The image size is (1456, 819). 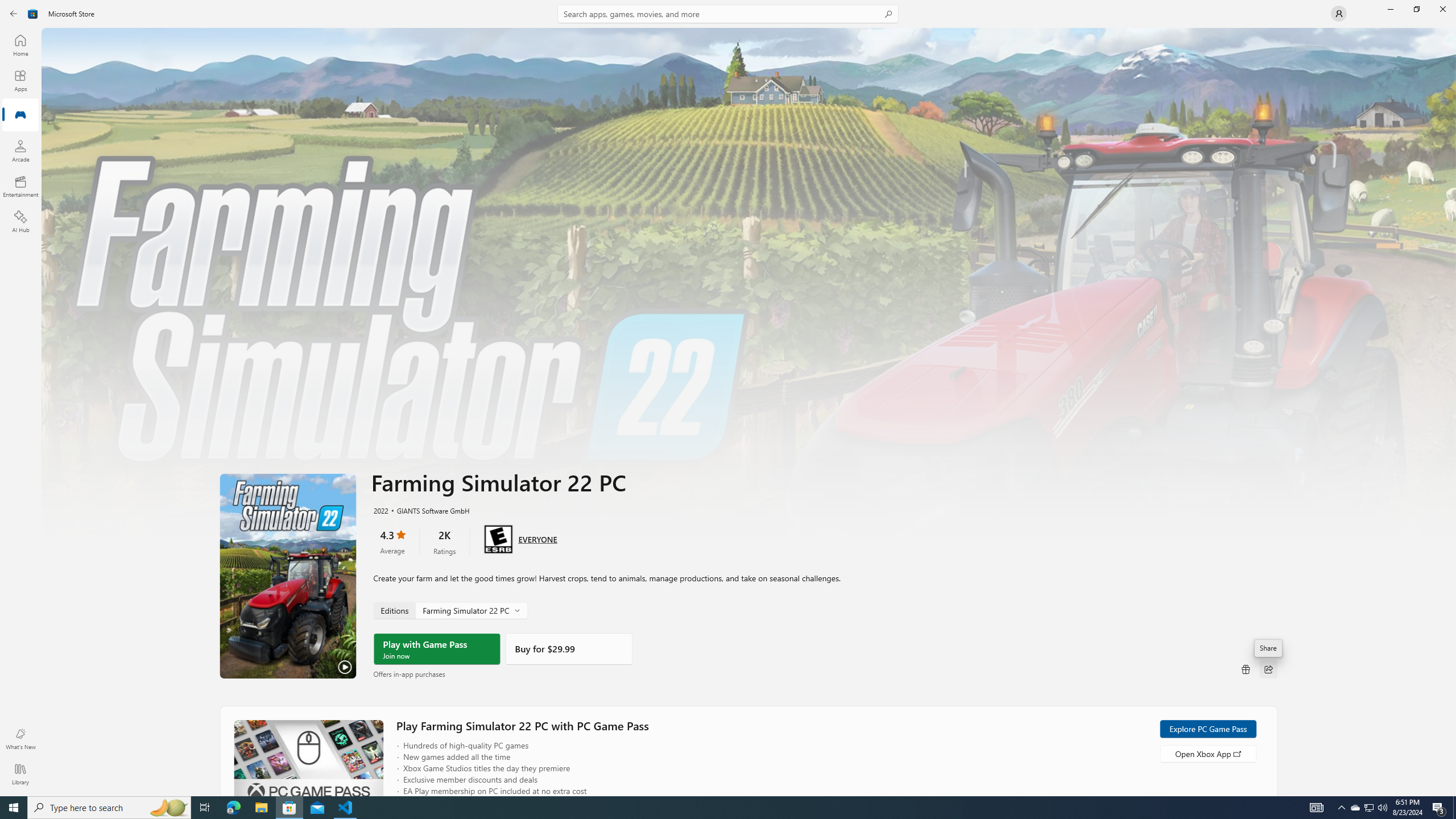 I want to click on 'Search', so click(x=728, y=13).